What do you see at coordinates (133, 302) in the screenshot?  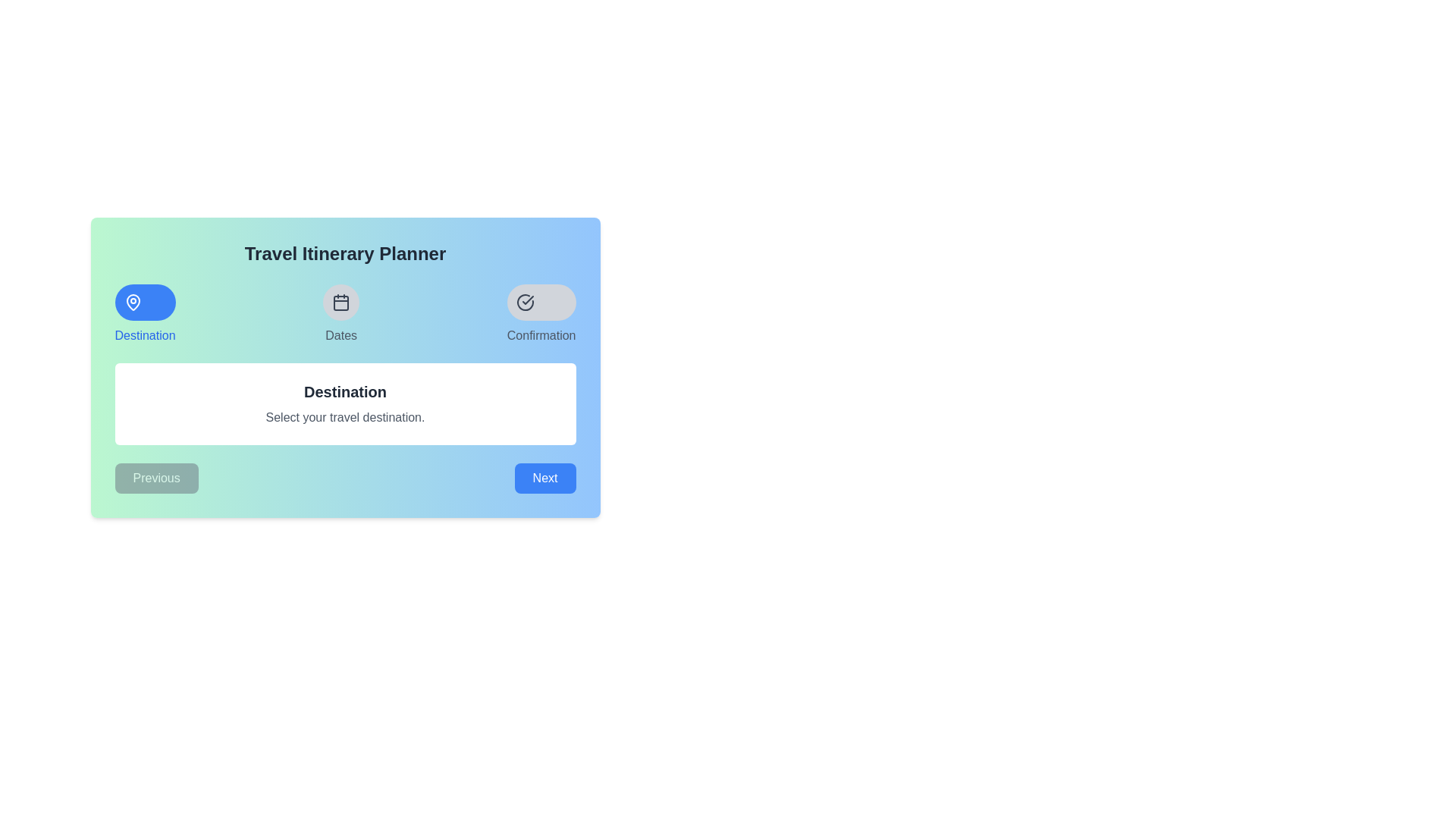 I see `the 'Destination' tab icon in the navigation component by moving the cursor to its center point` at bounding box center [133, 302].